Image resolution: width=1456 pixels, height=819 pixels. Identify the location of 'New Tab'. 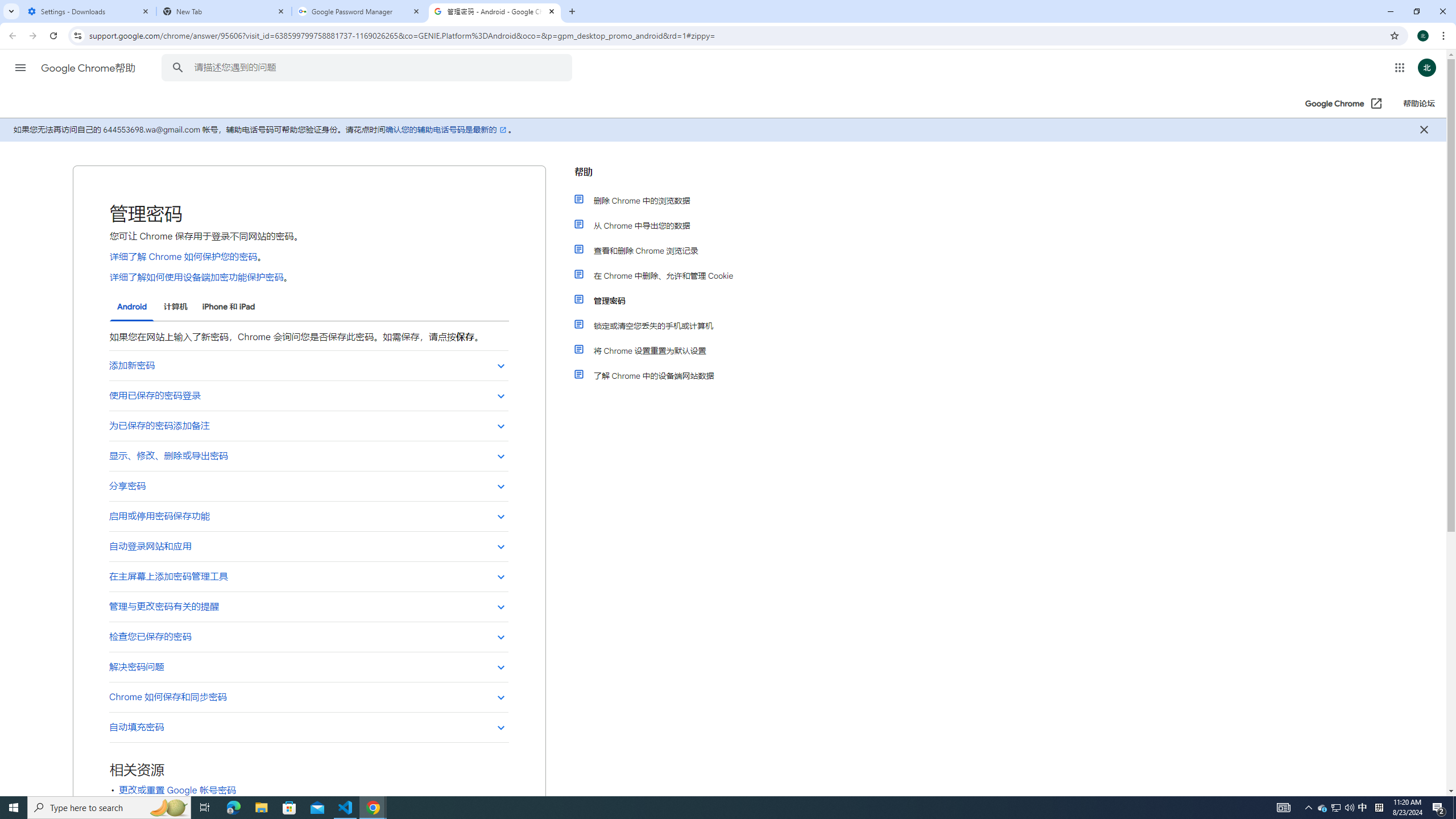
(224, 11).